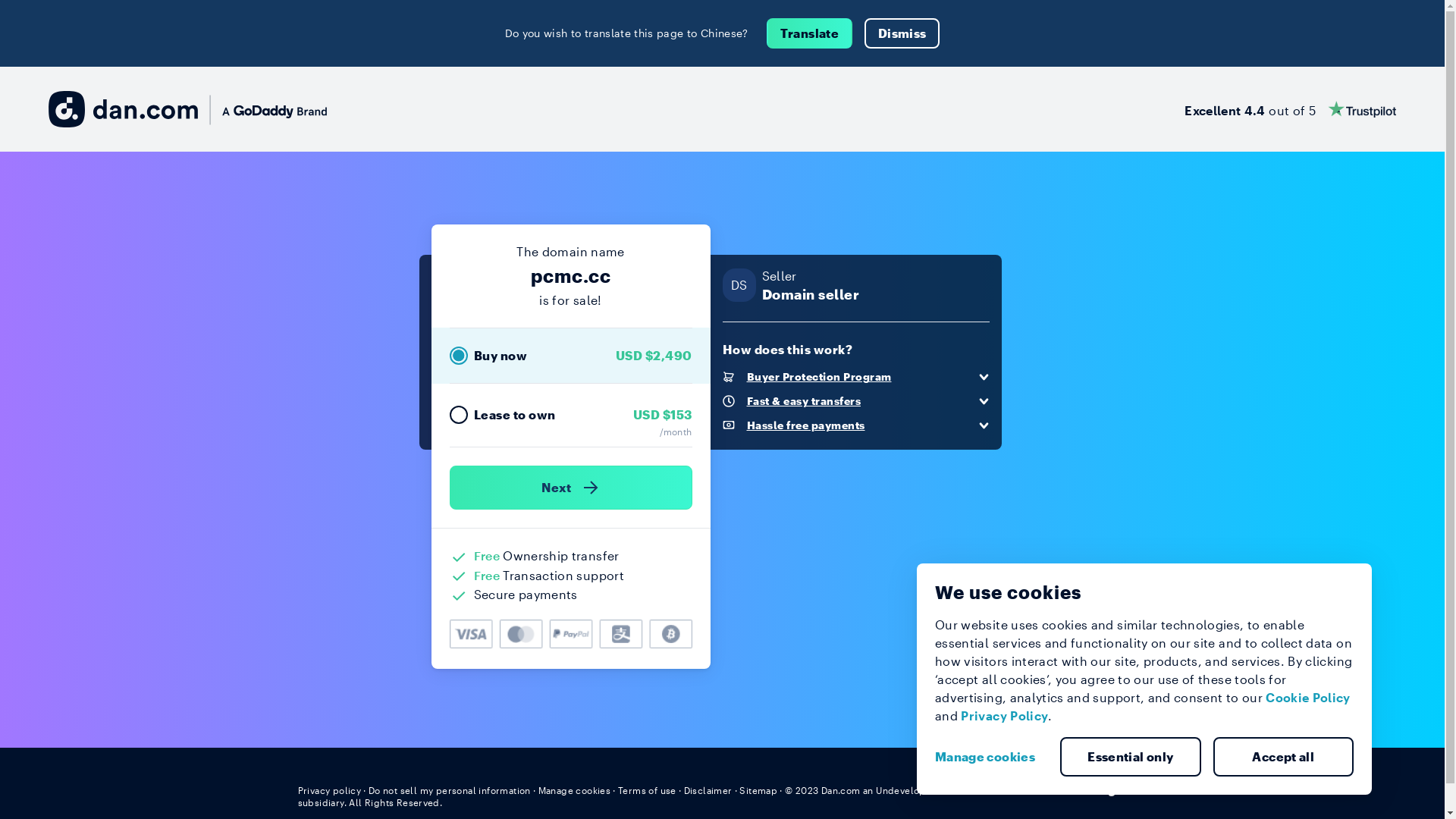 The height and width of the screenshot is (819, 1456). I want to click on 'Do not sell my personal information', so click(449, 789).